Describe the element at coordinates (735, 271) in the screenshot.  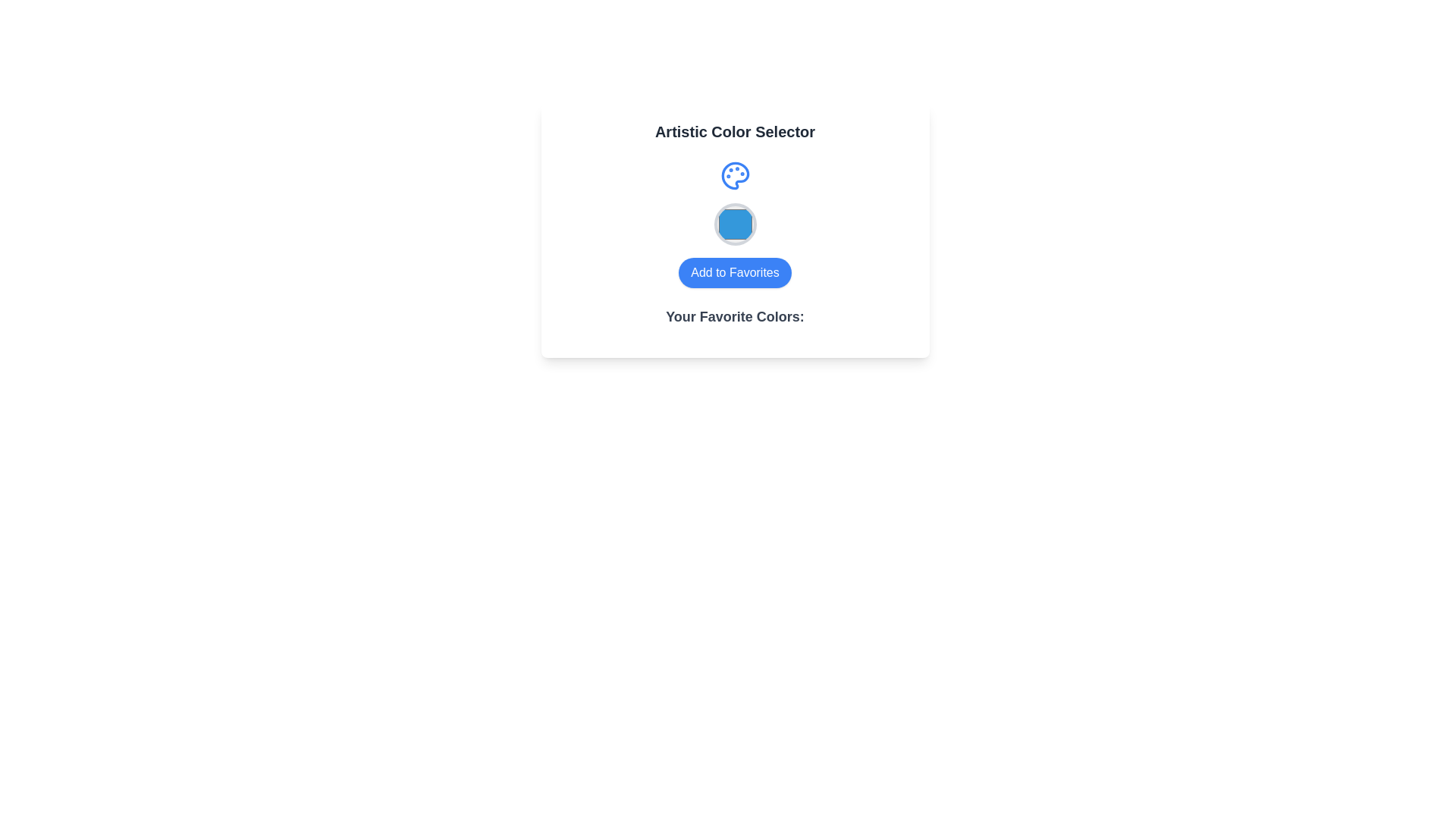
I see `the 'Add to Favorites' button, which is a rounded rectangular blue button located at the bottom of a vertical layout` at that location.